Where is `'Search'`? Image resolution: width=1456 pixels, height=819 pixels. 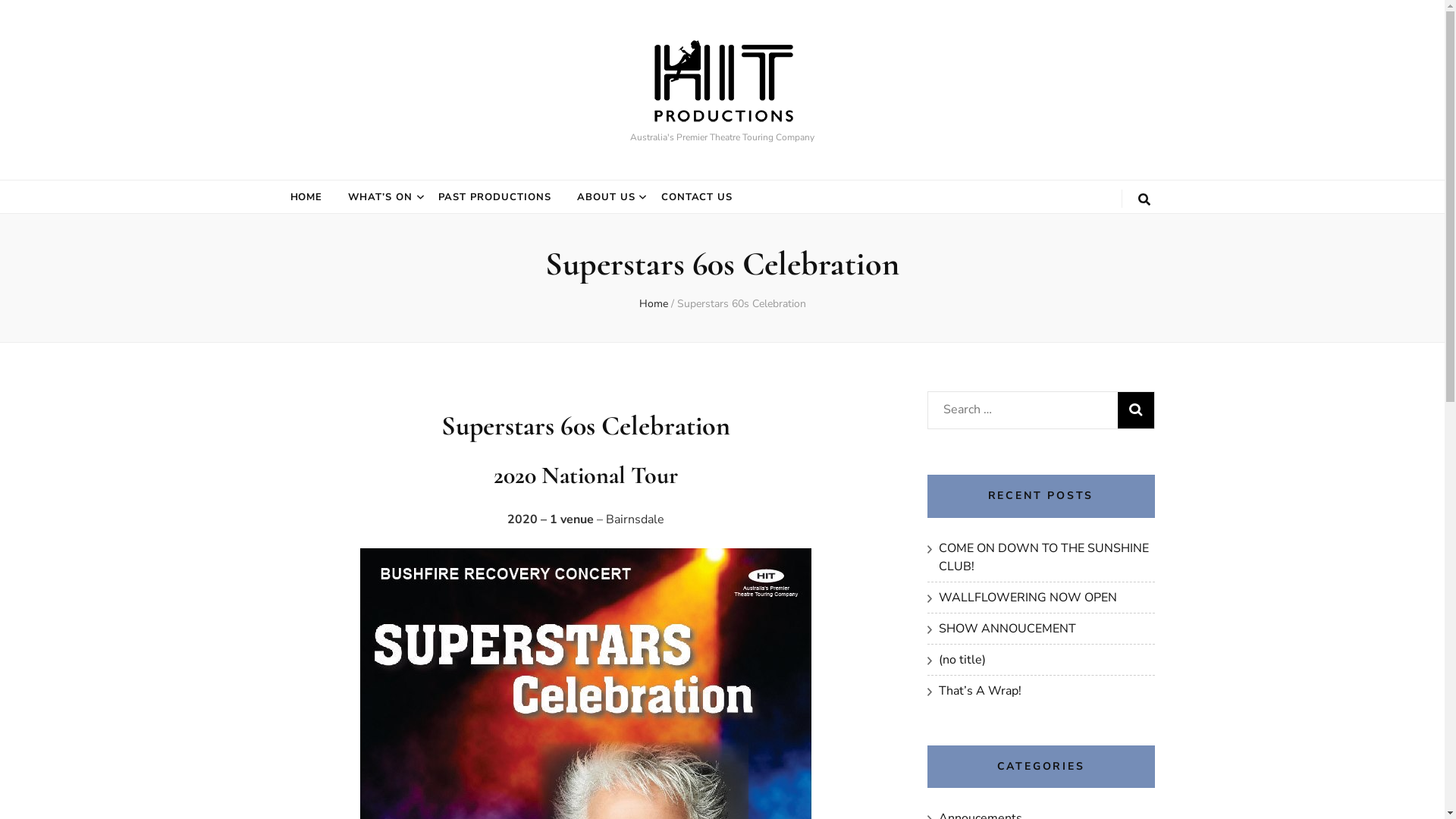 'Search' is located at coordinates (1135, 409).